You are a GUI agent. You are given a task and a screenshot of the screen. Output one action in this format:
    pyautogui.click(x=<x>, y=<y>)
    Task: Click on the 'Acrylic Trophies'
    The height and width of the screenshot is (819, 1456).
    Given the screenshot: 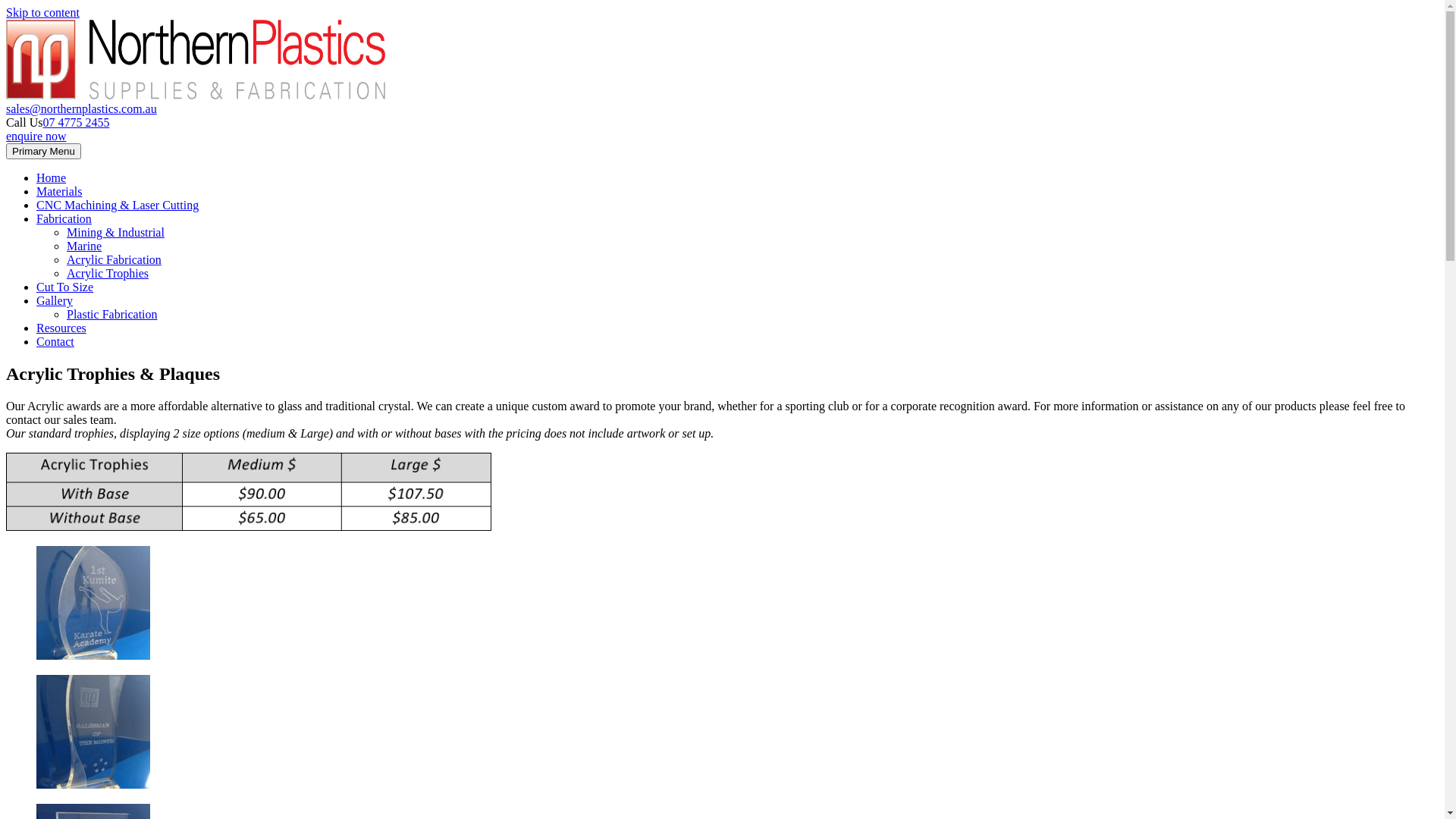 What is the action you would take?
    pyautogui.click(x=107, y=273)
    